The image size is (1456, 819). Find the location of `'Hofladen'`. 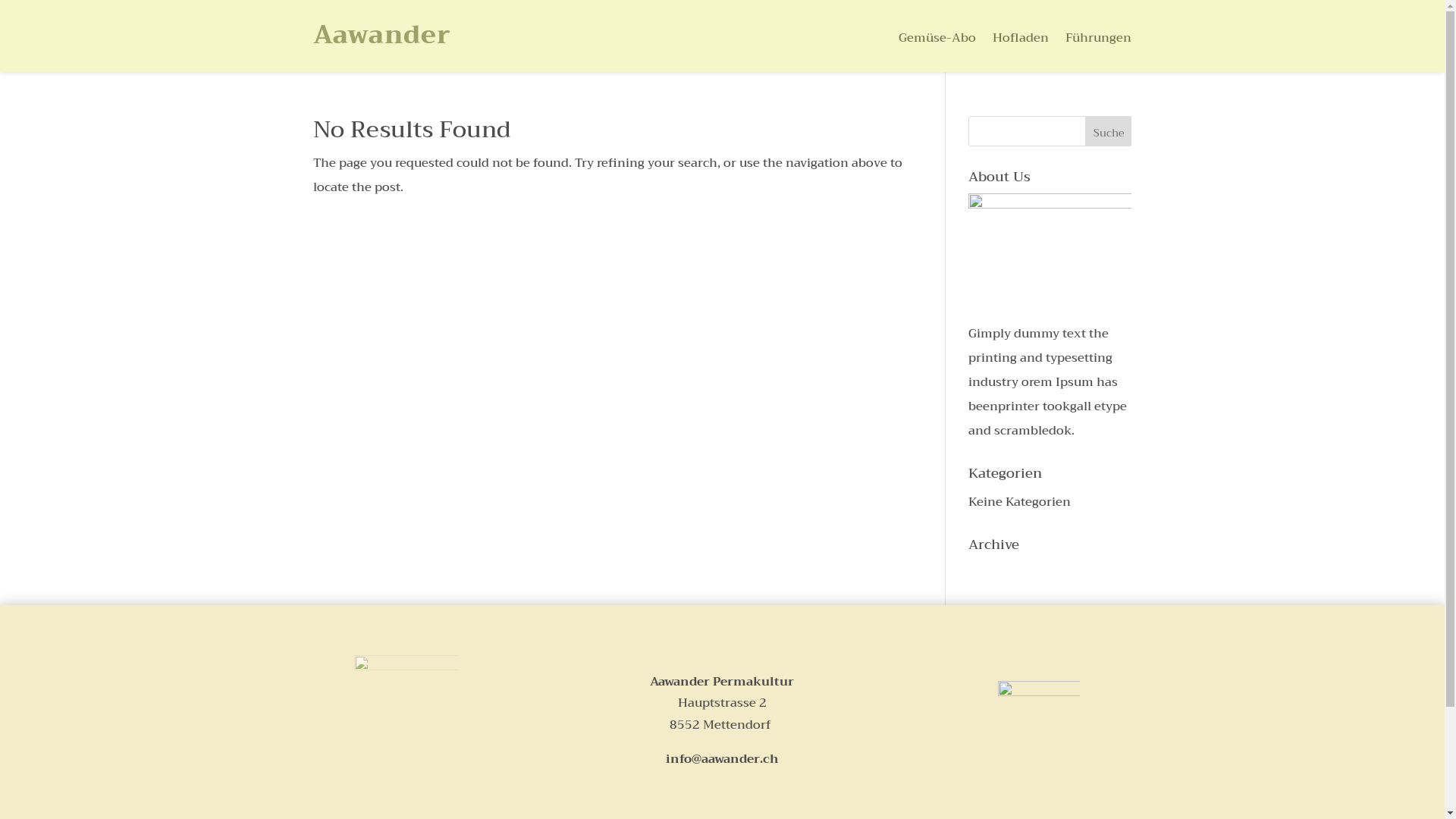

'Hofladen' is located at coordinates (1020, 40).